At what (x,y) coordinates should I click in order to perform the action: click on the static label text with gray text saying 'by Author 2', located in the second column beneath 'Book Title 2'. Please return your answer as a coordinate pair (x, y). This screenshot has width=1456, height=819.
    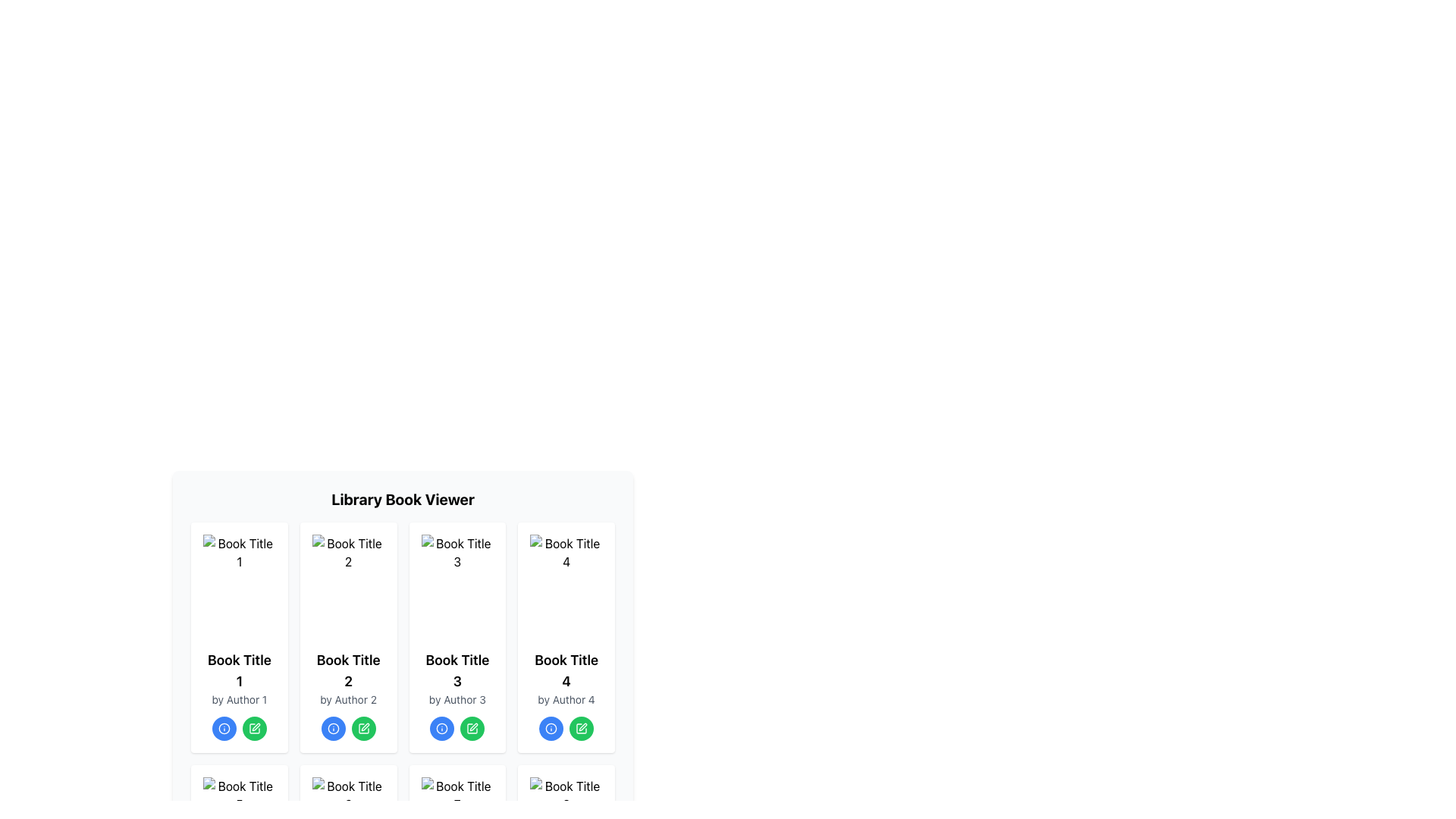
    Looking at the image, I should click on (347, 699).